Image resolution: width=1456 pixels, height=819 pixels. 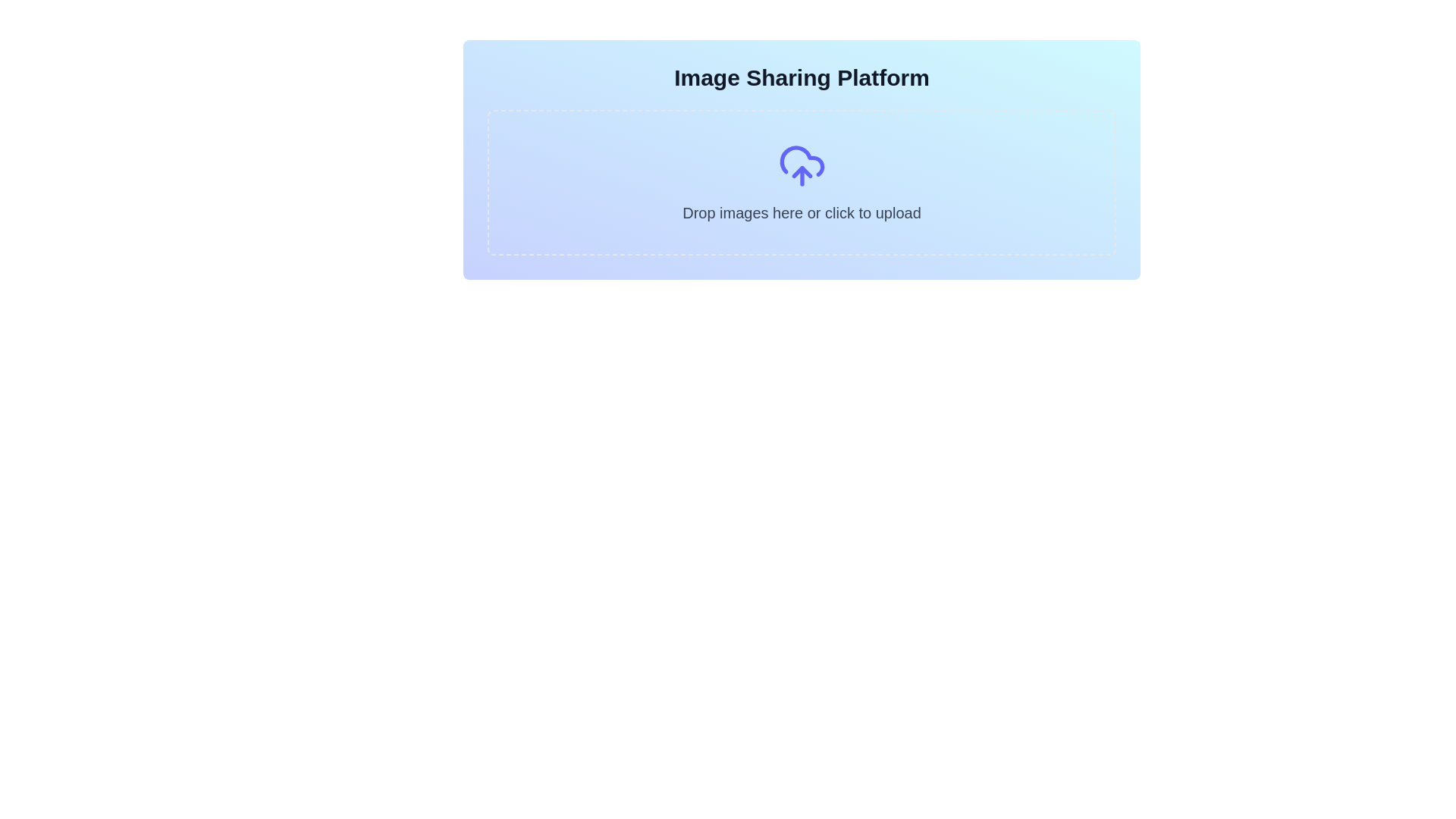 What do you see at coordinates (801, 160) in the screenshot?
I see `an image file into the Interactive file upload section identified by its gradient background and text 'Drop images here or click` at bounding box center [801, 160].